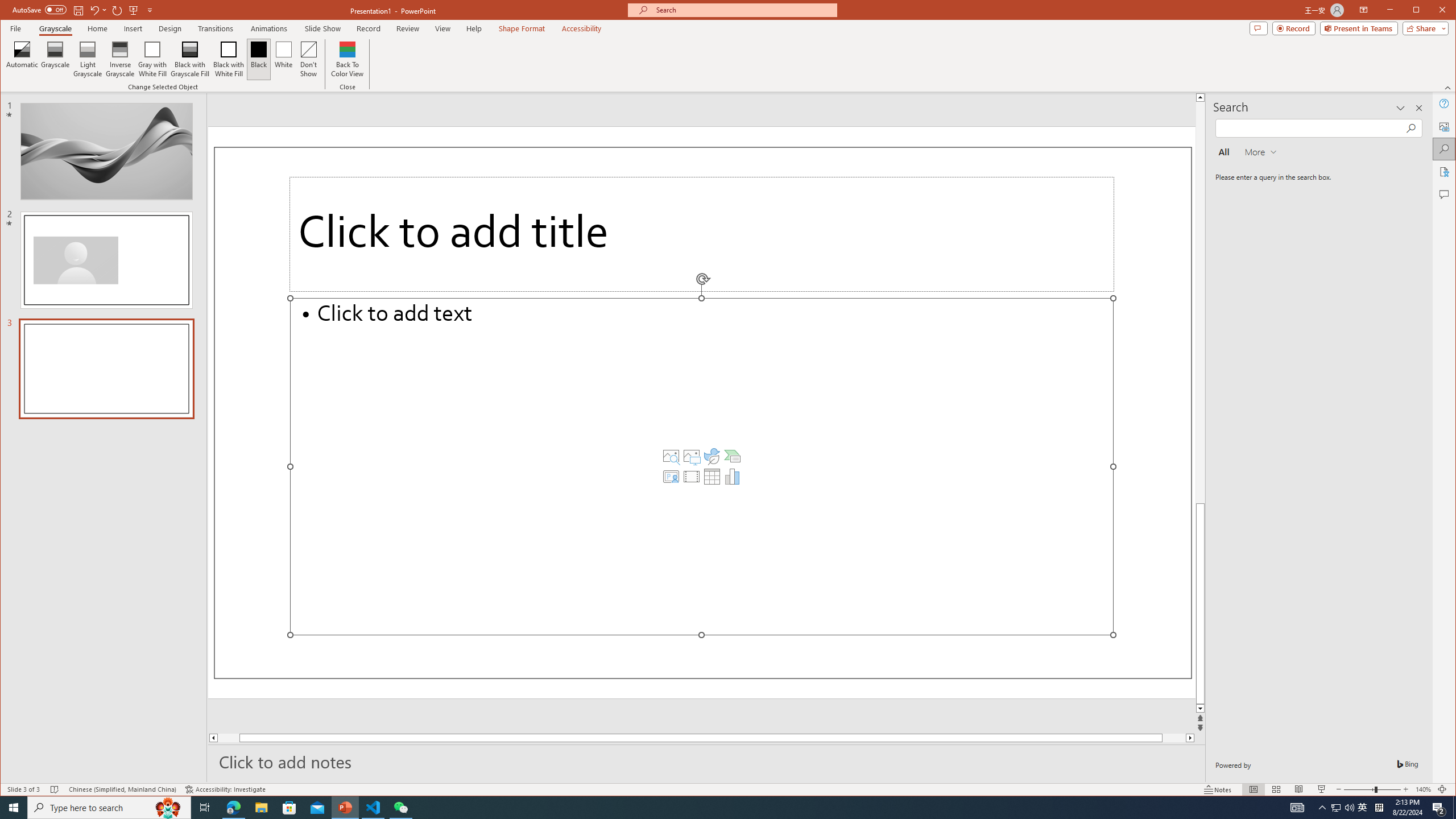 Image resolution: width=1456 pixels, height=819 pixels. What do you see at coordinates (225, 789) in the screenshot?
I see `'Accessibility Checker Accessibility: Investigate'` at bounding box center [225, 789].